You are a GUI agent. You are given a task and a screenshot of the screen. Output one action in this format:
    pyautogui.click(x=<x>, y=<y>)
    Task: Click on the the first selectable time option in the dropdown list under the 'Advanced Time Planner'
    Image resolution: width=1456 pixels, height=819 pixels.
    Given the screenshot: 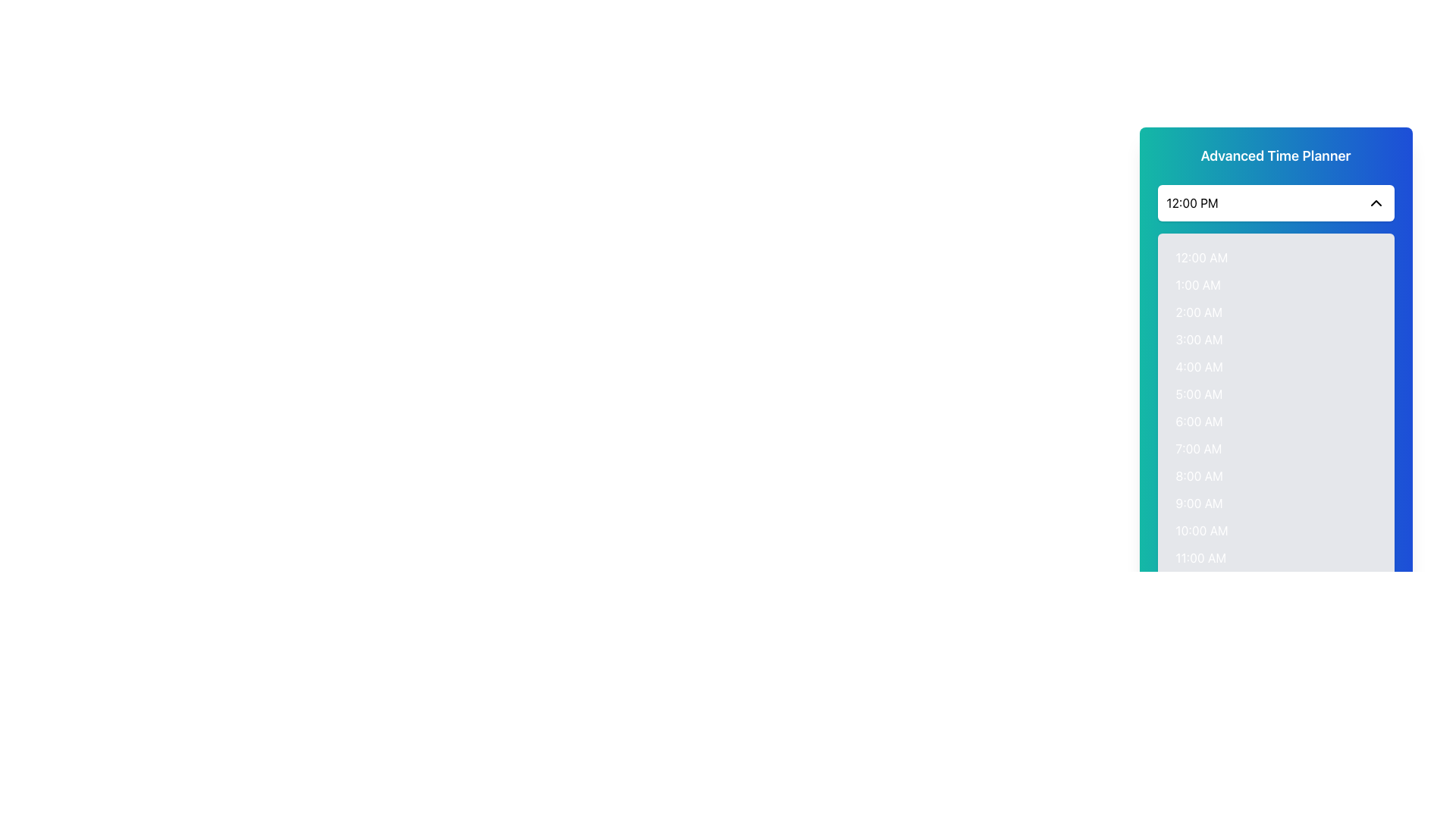 What is the action you would take?
    pyautogui.click(x=1275, y=256)
    